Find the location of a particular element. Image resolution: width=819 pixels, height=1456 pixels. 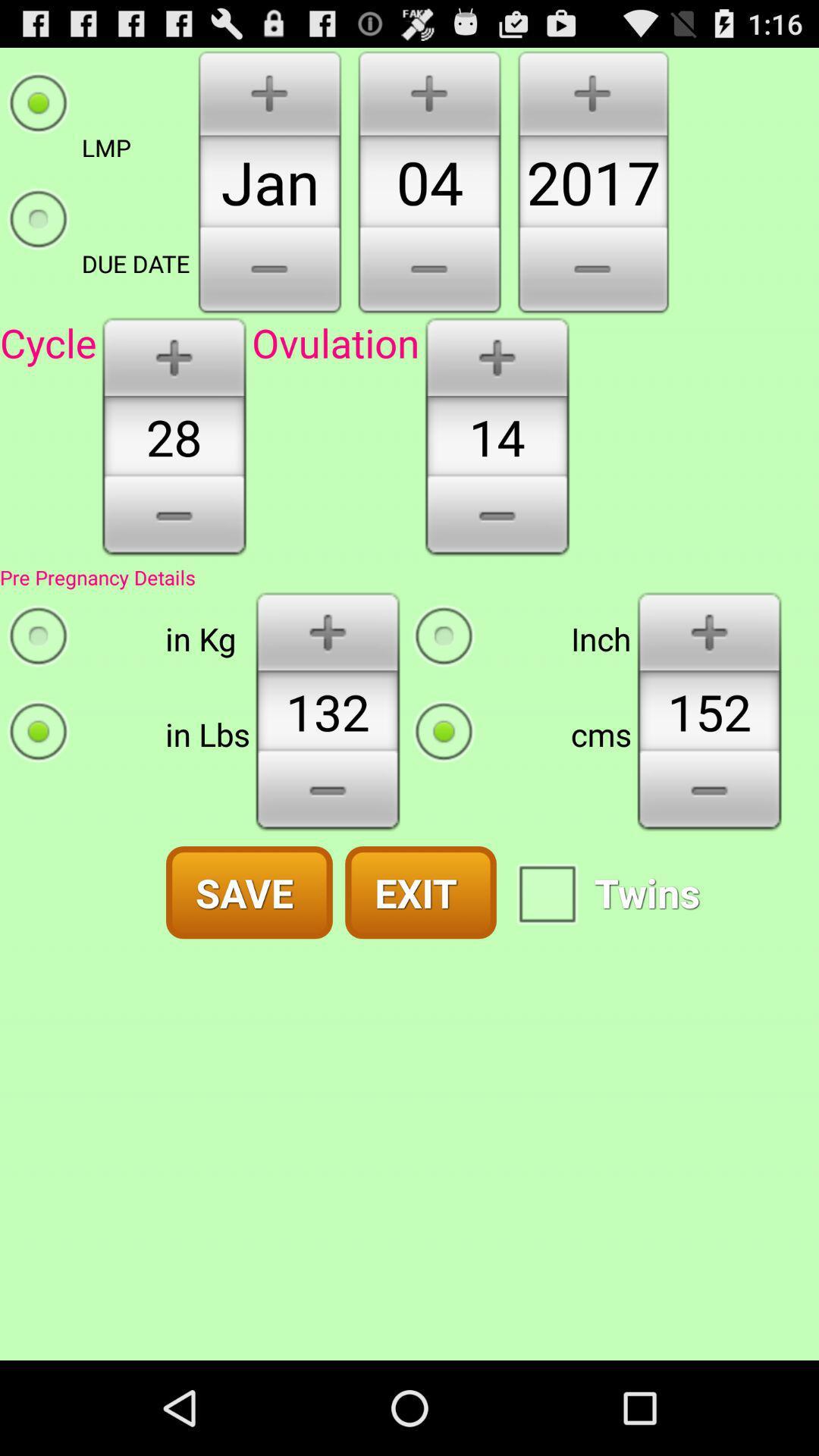

increase ovulation number is located at coordinates (497, 355).